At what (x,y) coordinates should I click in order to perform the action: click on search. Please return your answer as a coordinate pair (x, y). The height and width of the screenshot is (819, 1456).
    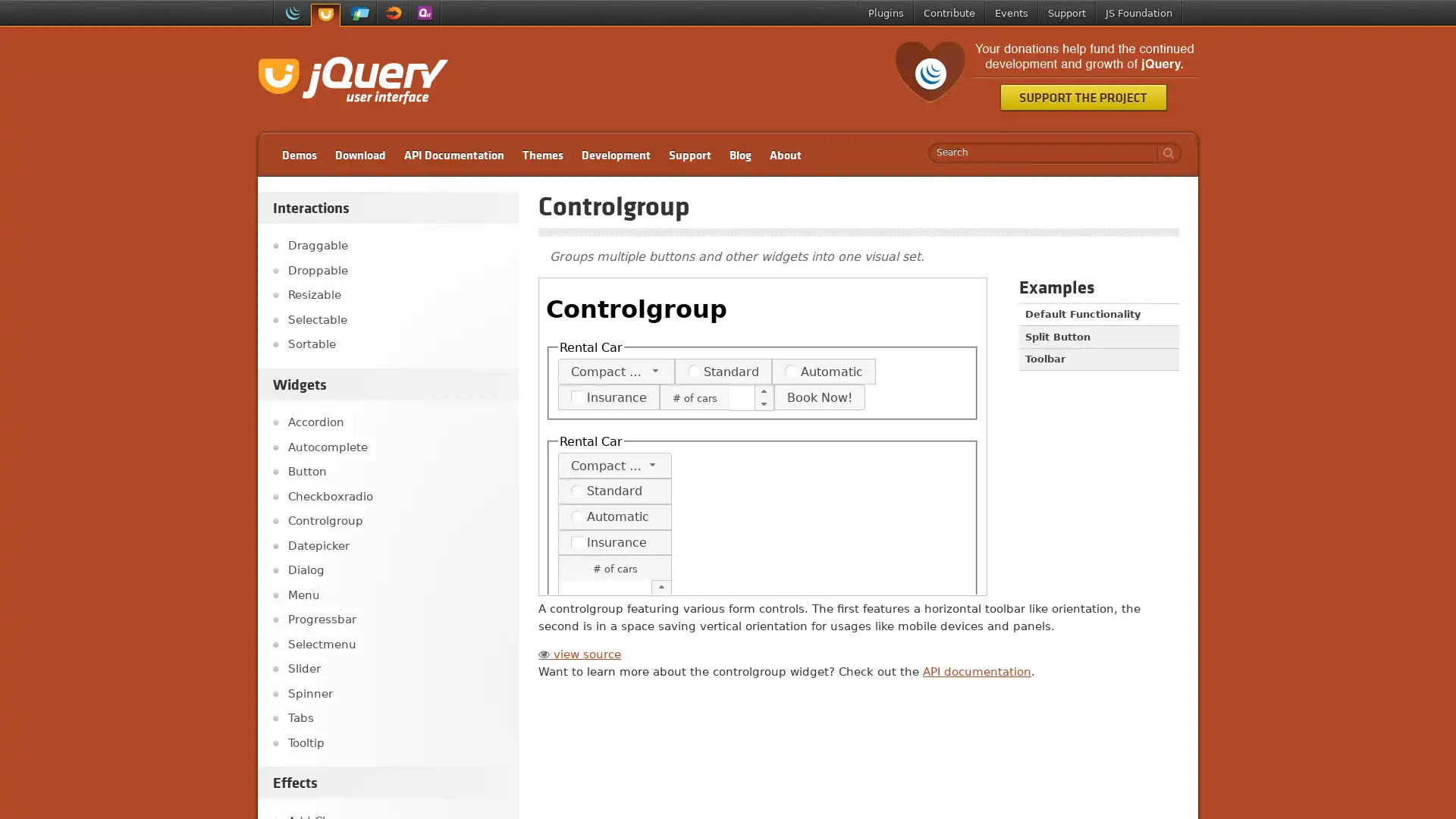
    Looking at the image, I should click on (1164, 152).